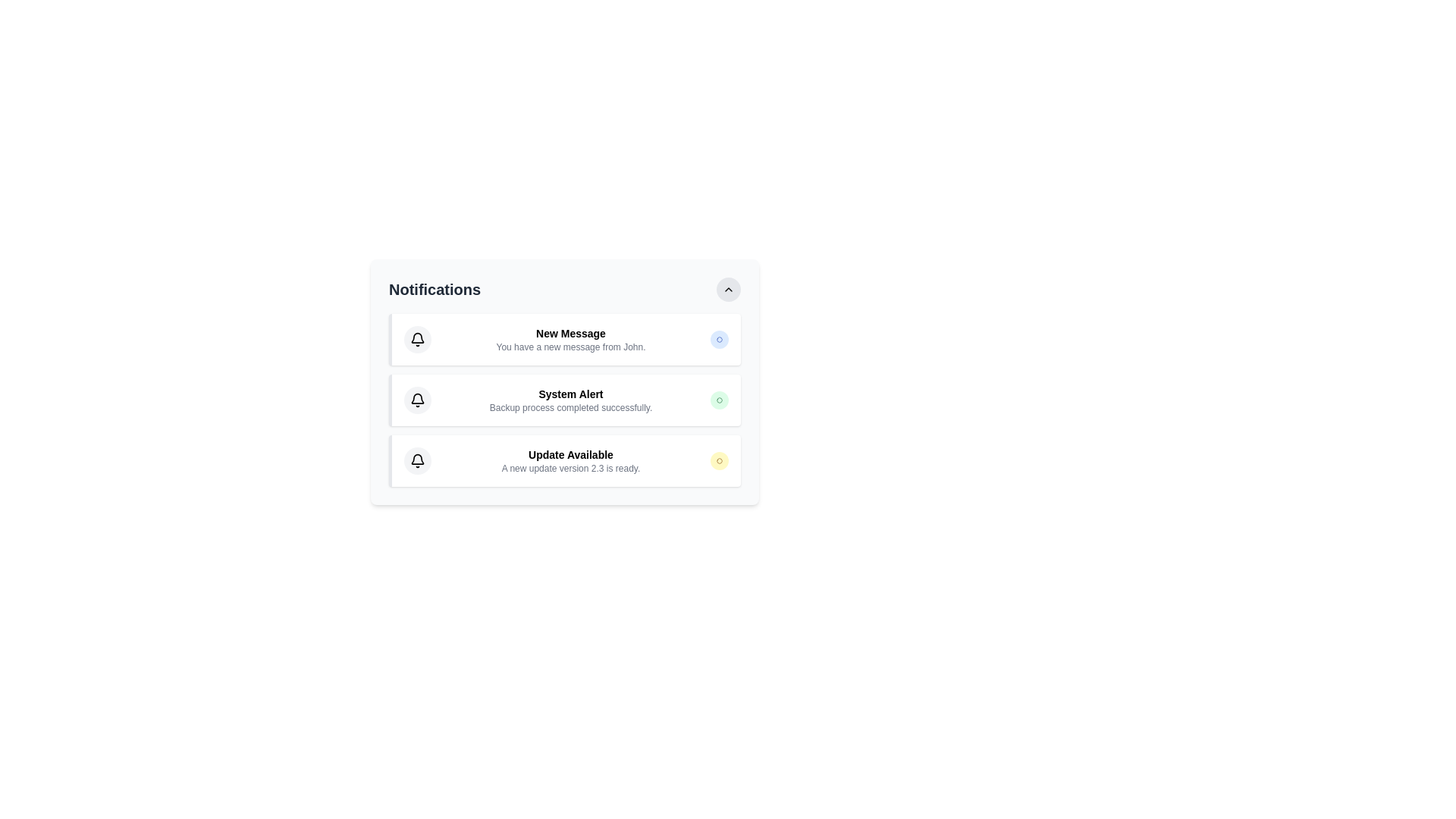  What do you see at coordinates (570, 400) in the screenshot?
I see `notification message displayed in the text block titled 'System Alert', which indicates that the backup process has been completed successfully` at bounding box center [570, 400].